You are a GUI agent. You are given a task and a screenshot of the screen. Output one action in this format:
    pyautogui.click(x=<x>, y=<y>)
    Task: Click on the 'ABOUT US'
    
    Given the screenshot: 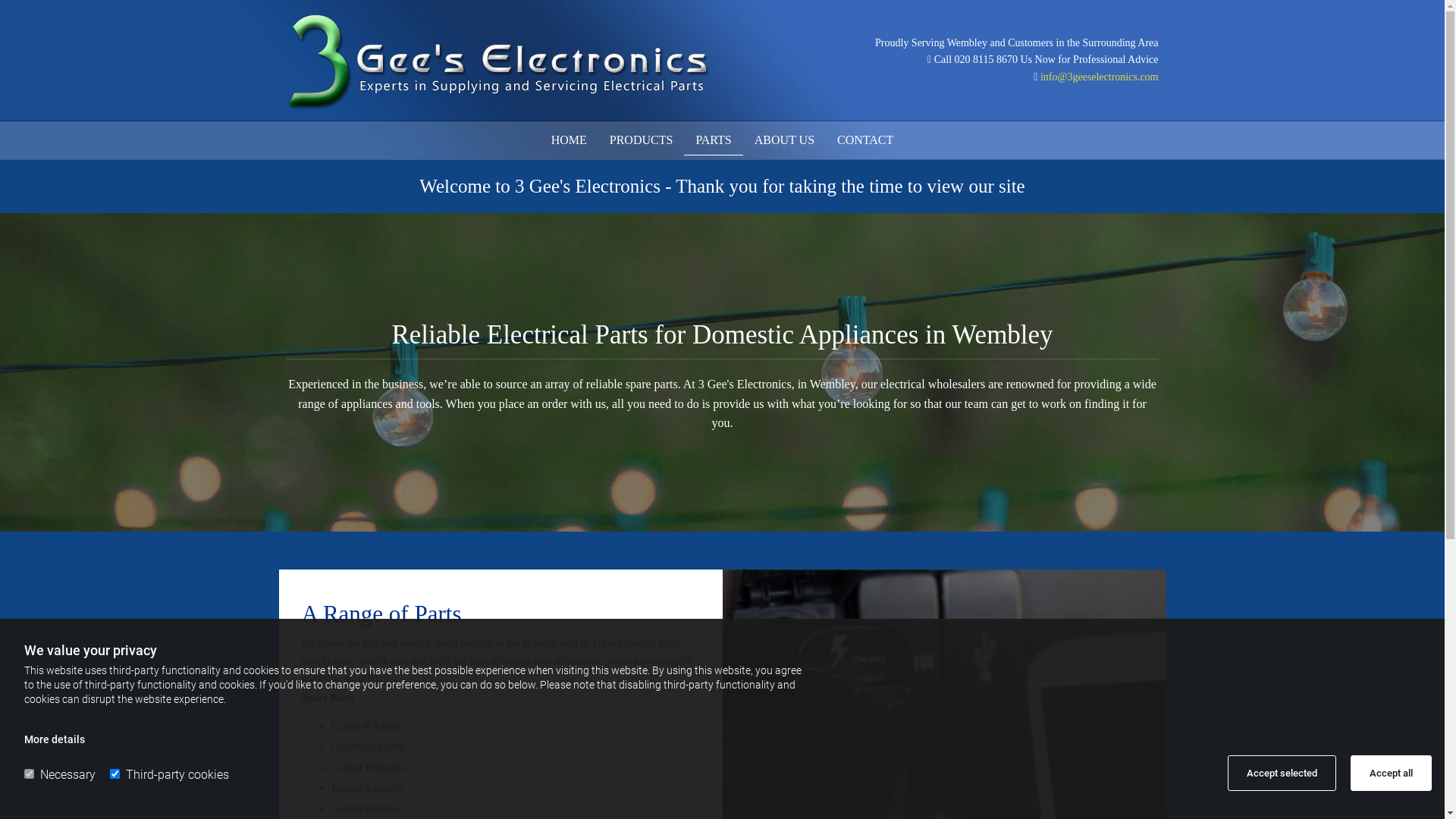 What is the action you would take?
    pyautogui.click(x=742, y=140)
    